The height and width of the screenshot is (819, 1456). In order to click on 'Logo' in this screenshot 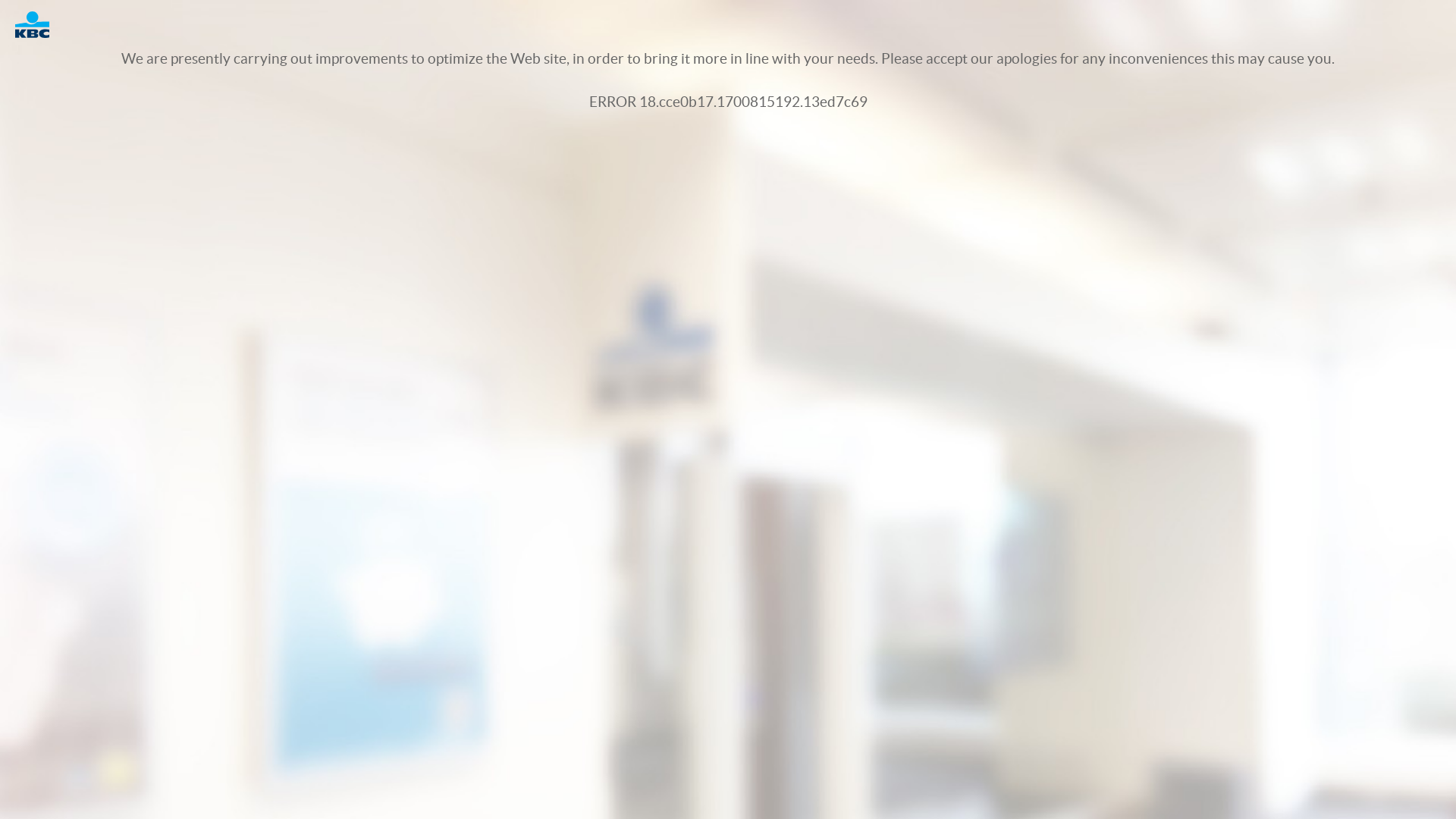, I will do `click(39, 24)`.